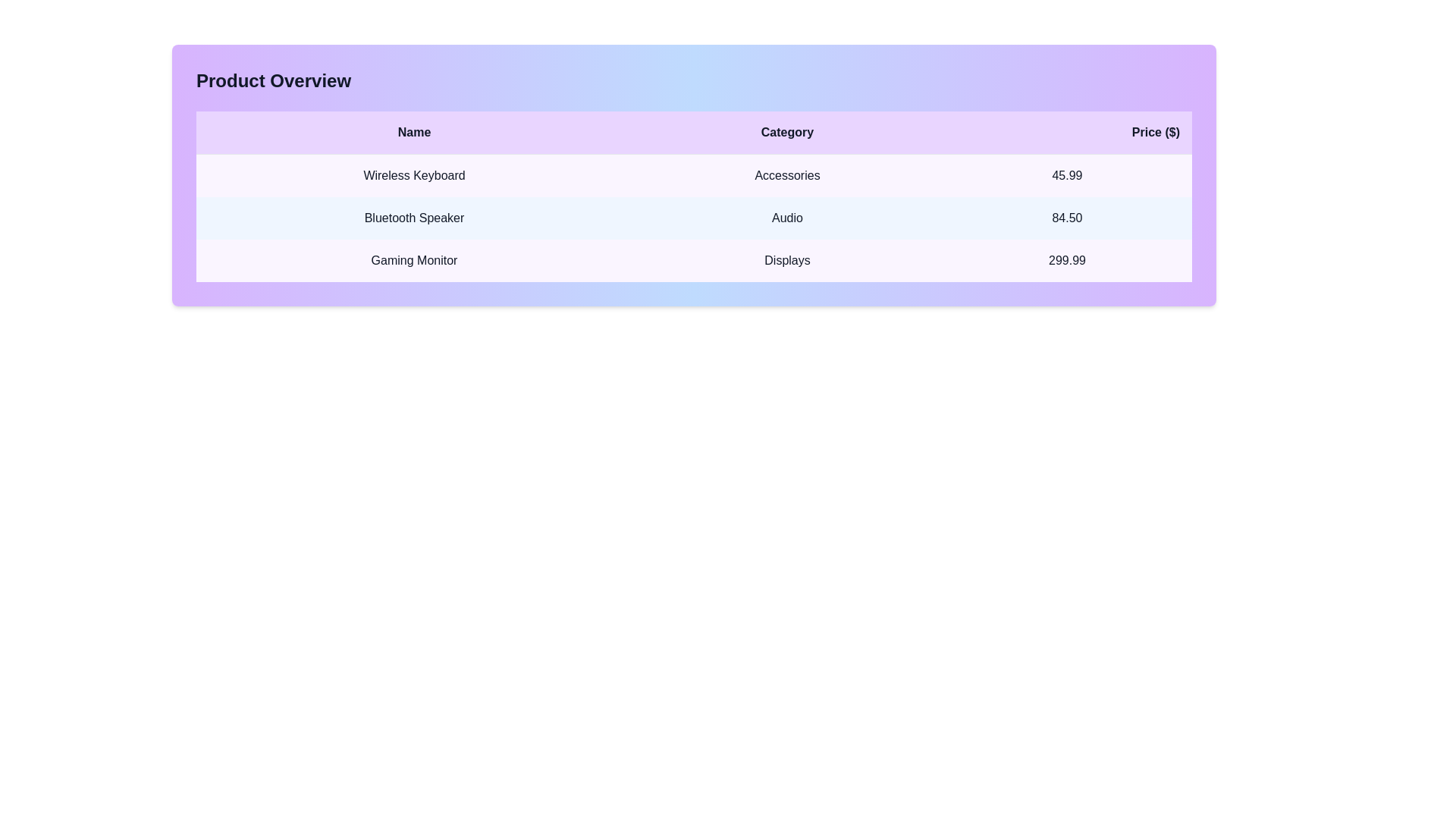  I want to click on the 'Name' text label, which is the first column header in a three-column table layout, with a simple black font on a light purple background, so click(414, 132).